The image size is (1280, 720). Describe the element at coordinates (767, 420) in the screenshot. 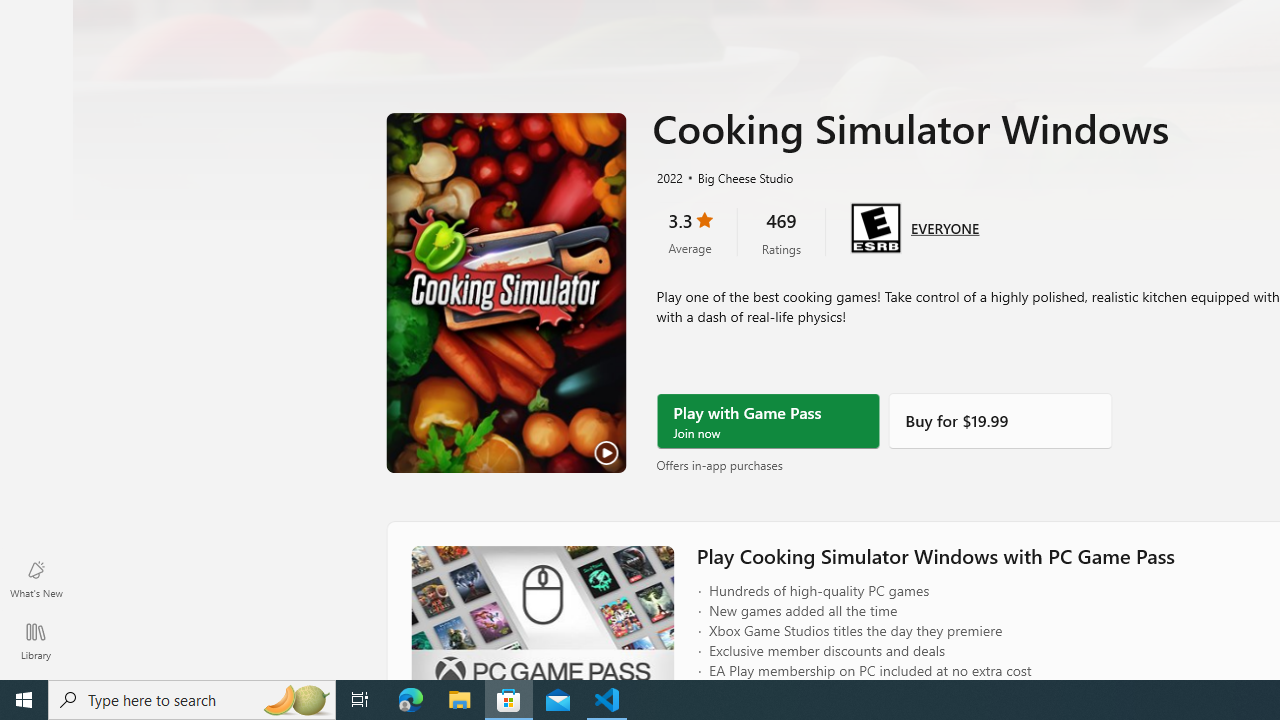

I see `'Play with Game Pass'` at that location.